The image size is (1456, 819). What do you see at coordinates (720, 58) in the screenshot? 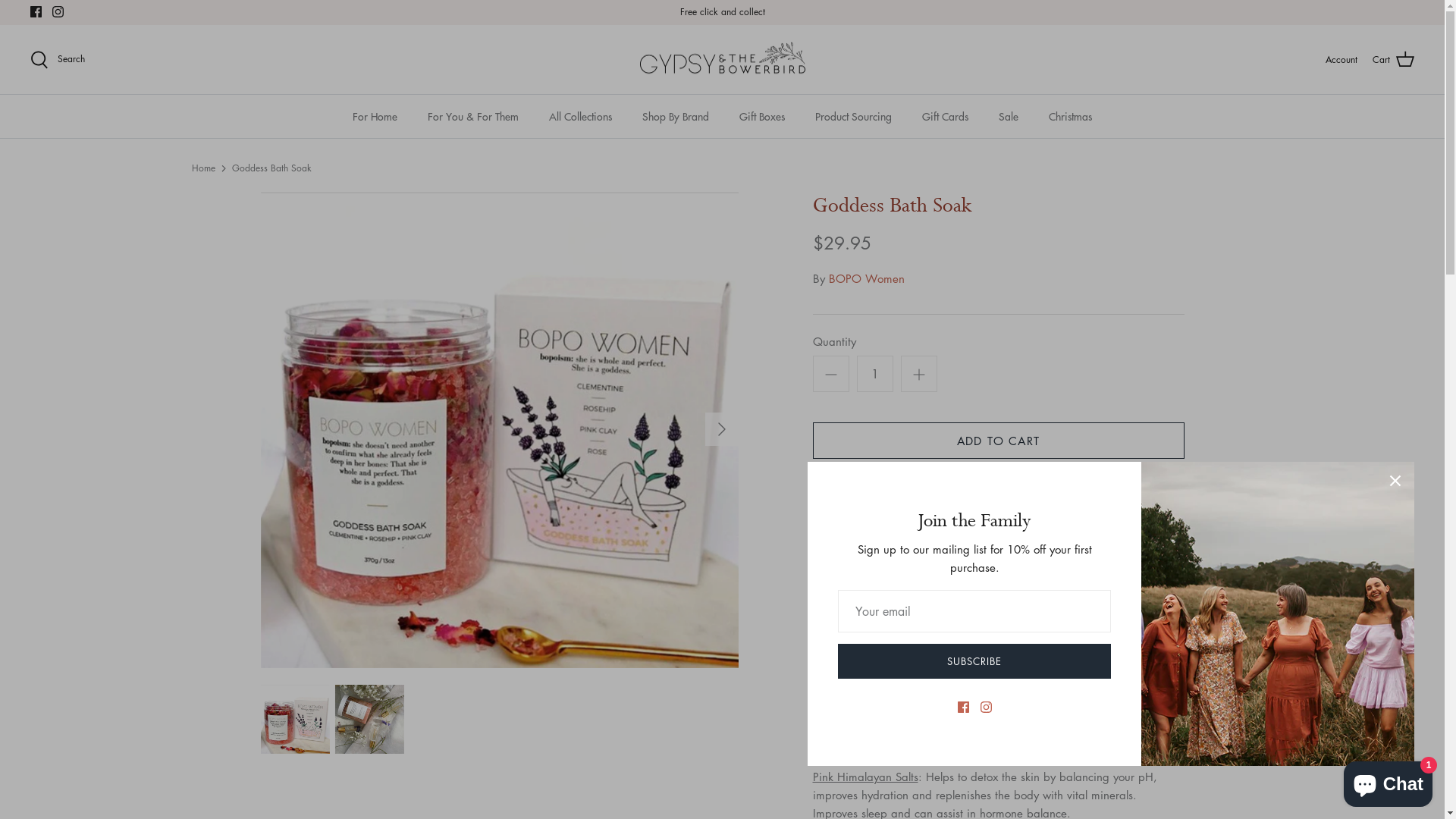
I see `'Gypsy and the Bowerbird'` at bounding box center [720, 58].